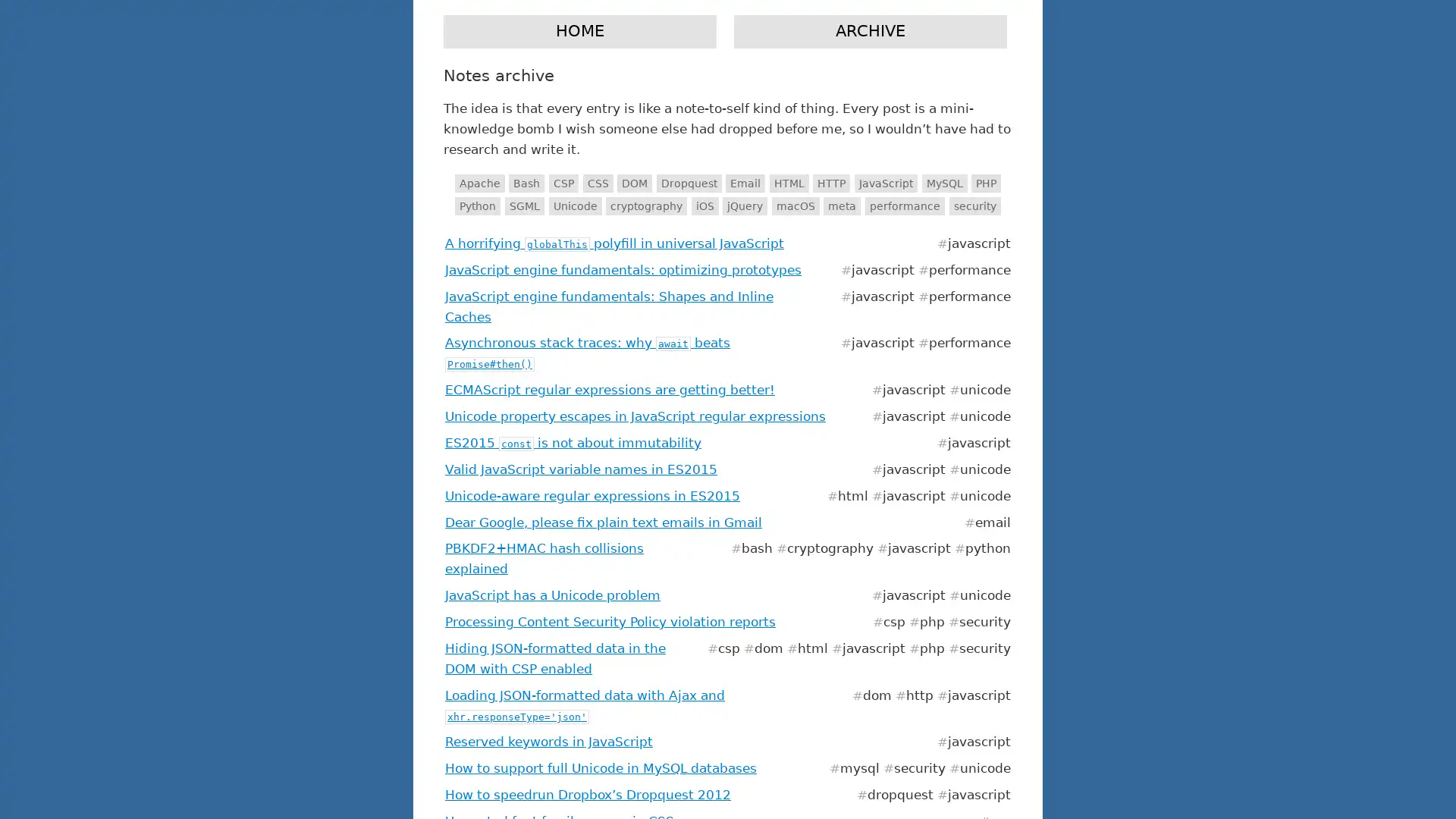 The image size is (1456, 819). What do you see at coordinates (524, 206) in the screenshot?
I see `SGML` at bounding box center [524, 206].